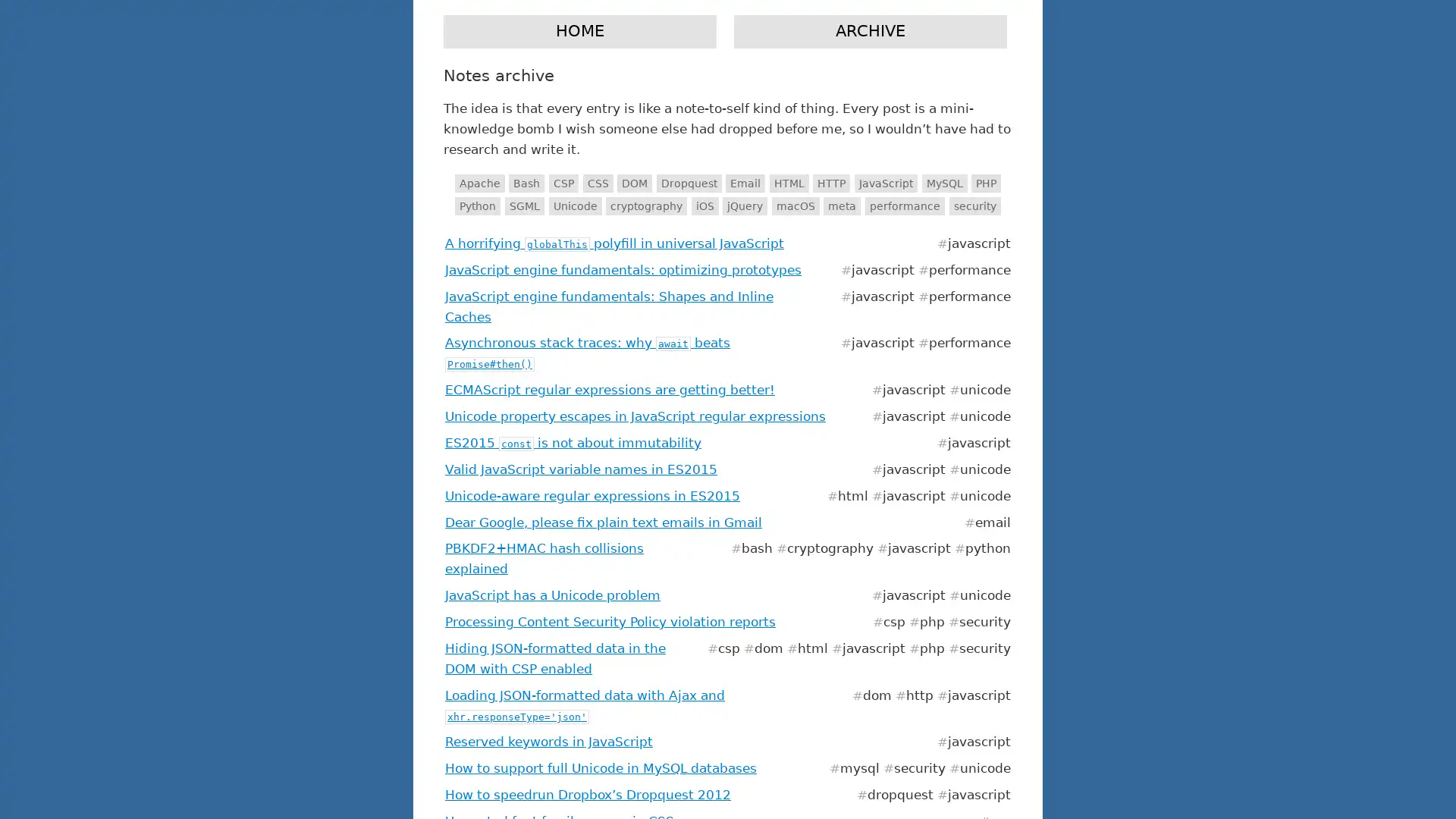 The image size is (1456, 819). What do you see at coordinates (524, 206) in the screenshot?
I see `SGML` at bounding box center [524, 206].